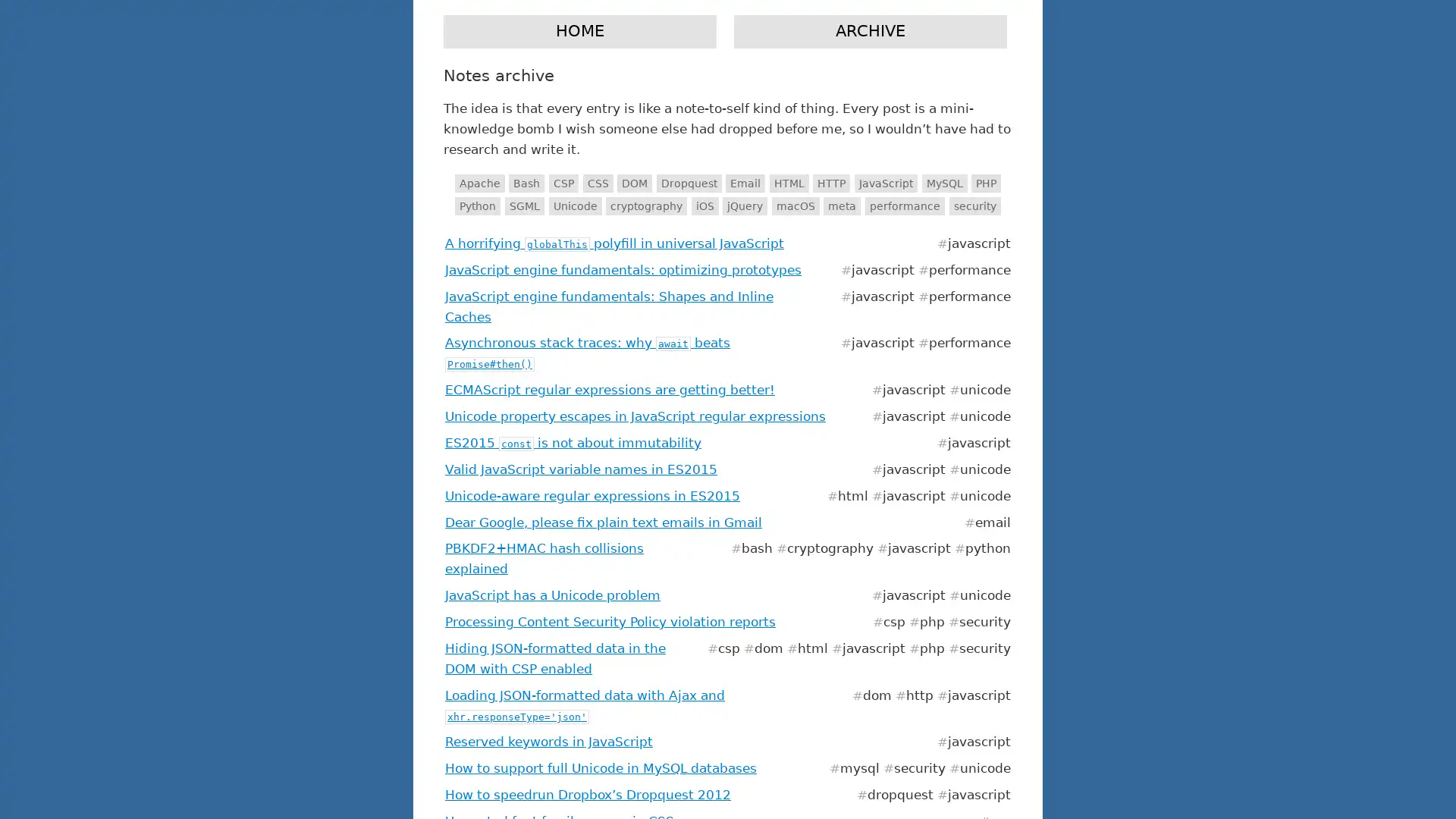 The image size is (1456, 819). What do you see at coordinates (524, 206) in the screenshot?
I see `SGML` at bounding box center [524, 206].